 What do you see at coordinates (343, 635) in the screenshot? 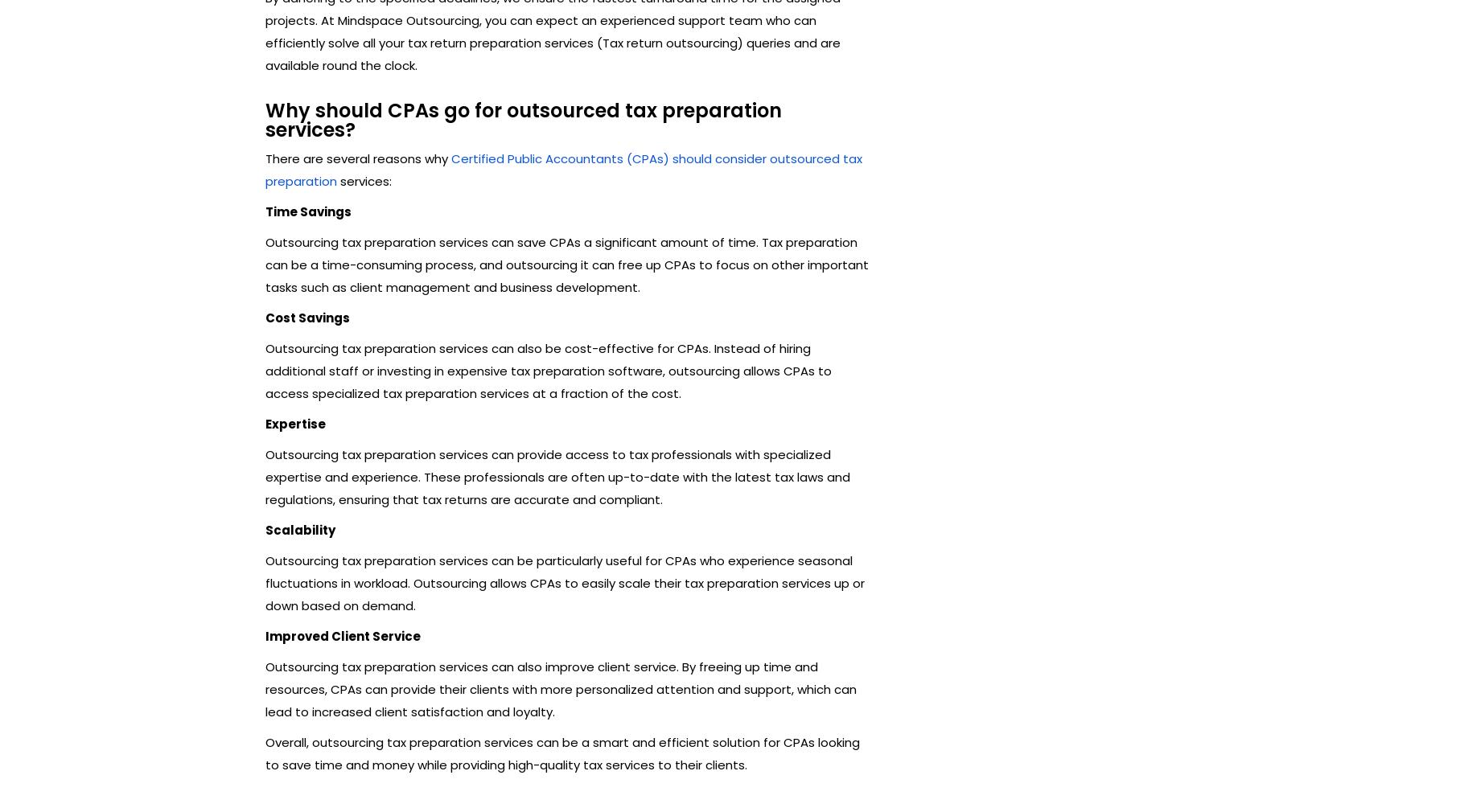
I see `'Improved Client Service'` at bounding box center [343, 635].